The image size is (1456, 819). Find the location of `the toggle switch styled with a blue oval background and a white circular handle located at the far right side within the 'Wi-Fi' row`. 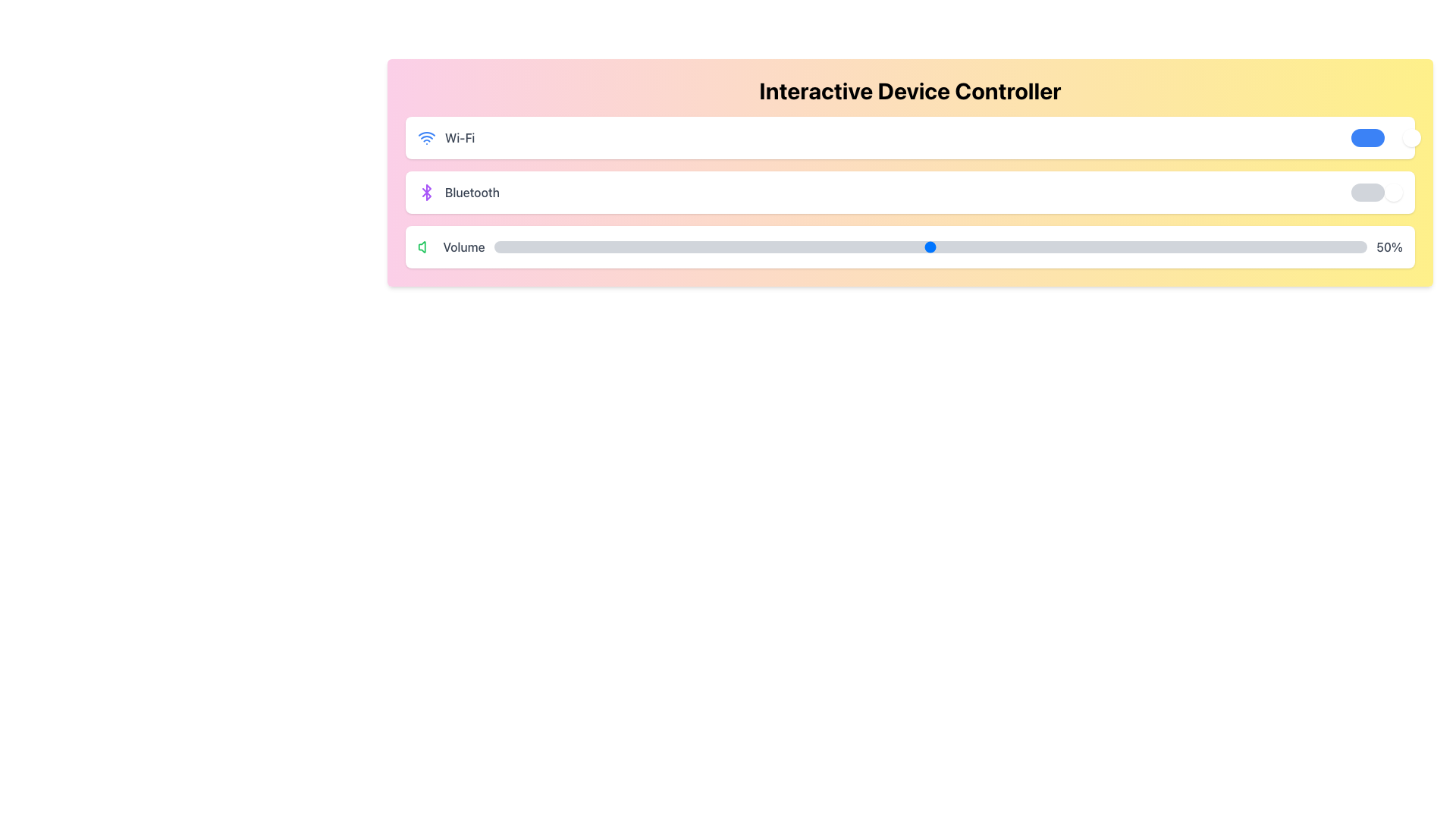

the toggle switch styled with a blue oval background and a white circular handle located at the far right side within the 'Wi-Fi' row is located at coordinates (1376, 137).